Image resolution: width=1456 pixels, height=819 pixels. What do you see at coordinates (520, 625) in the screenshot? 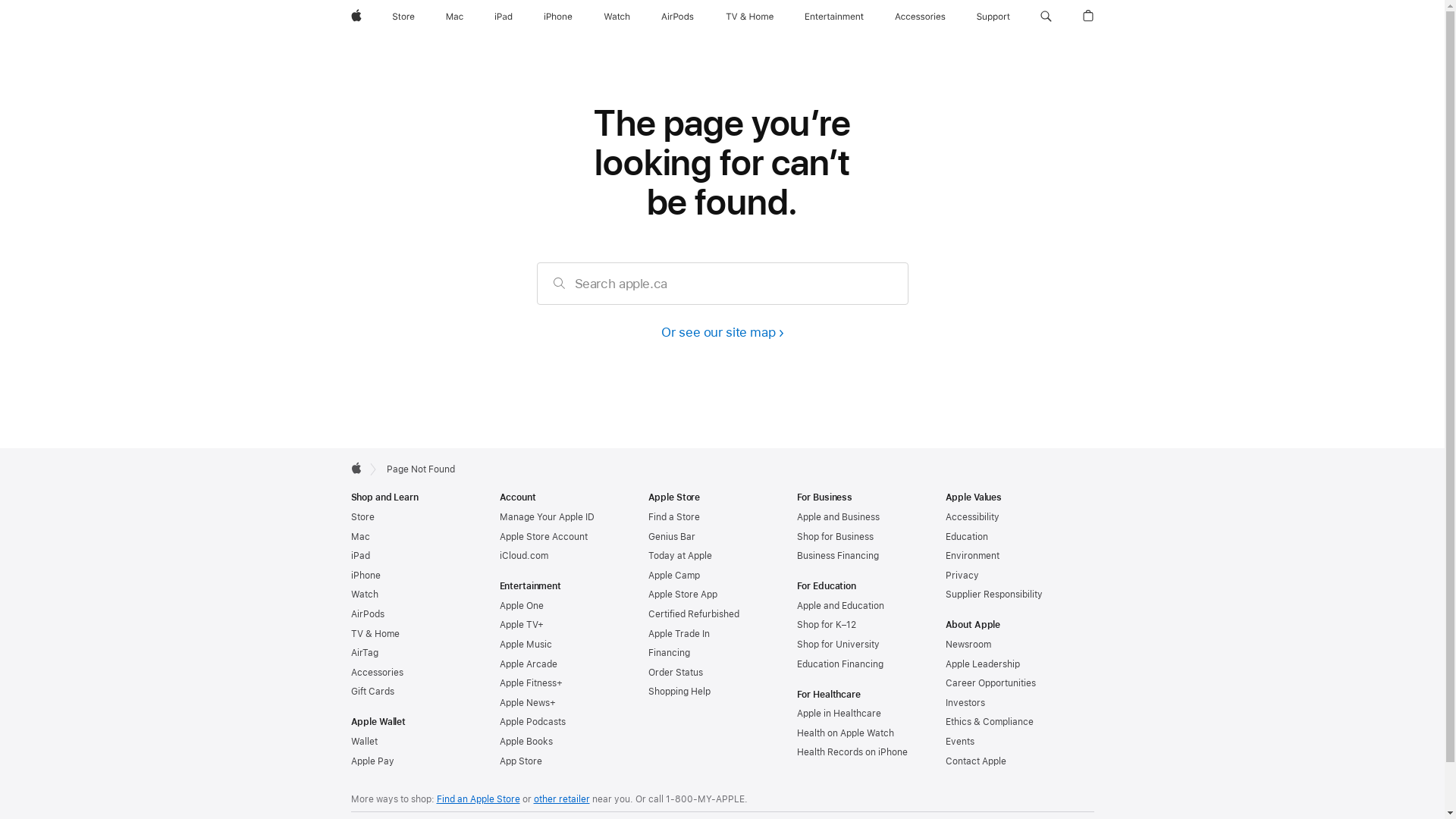
I see `'Apple TV+'` at bounding box center [520, 625].